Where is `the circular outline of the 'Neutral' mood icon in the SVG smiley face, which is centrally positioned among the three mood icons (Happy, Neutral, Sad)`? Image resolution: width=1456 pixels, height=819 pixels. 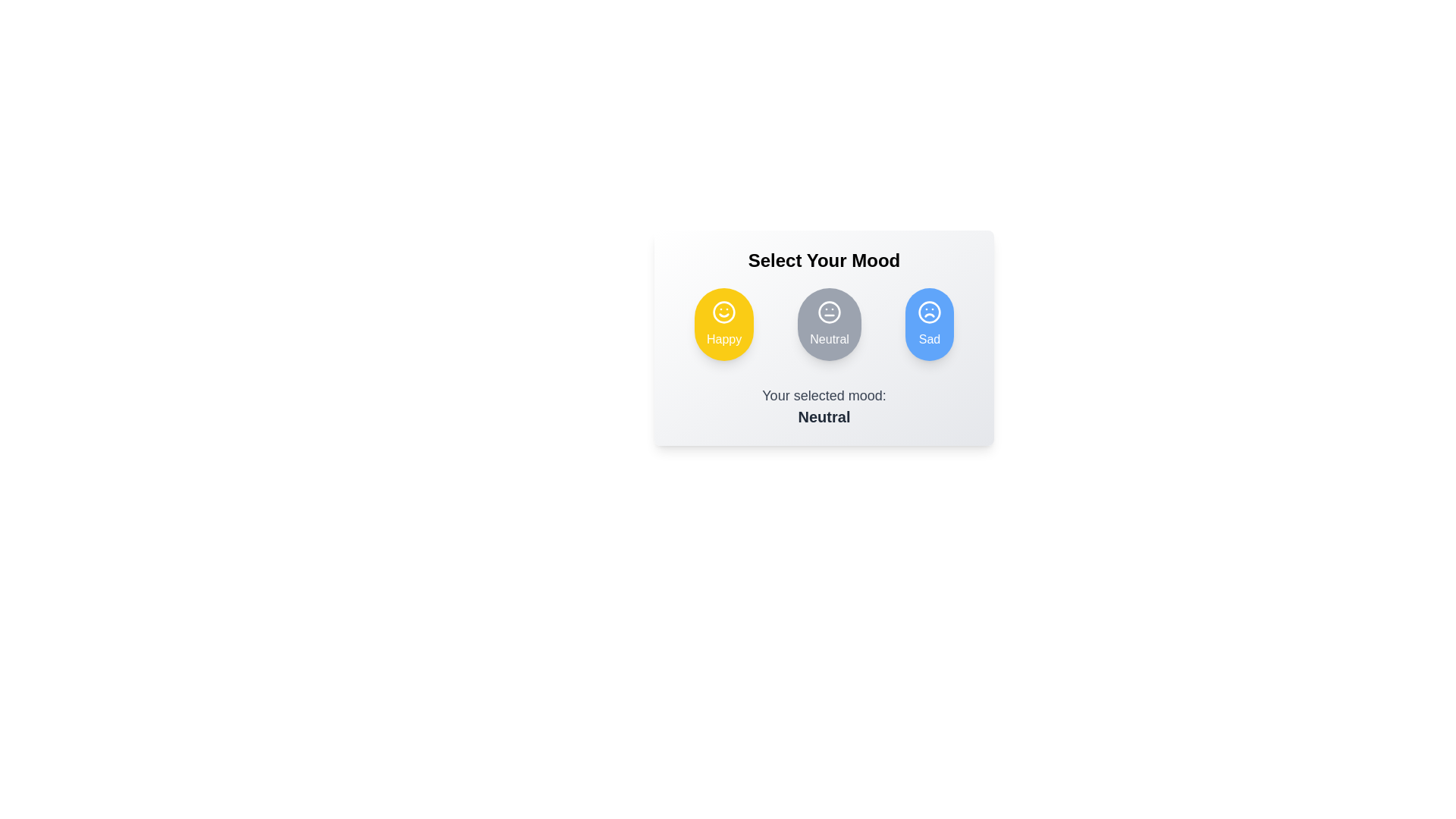 the circular outline of the 'Neutral' mood icon in the SVG smiley face, which is centrally positioned among the three mood icons (Happy, Neutral, Sad) is located at coordinates (829, 312).